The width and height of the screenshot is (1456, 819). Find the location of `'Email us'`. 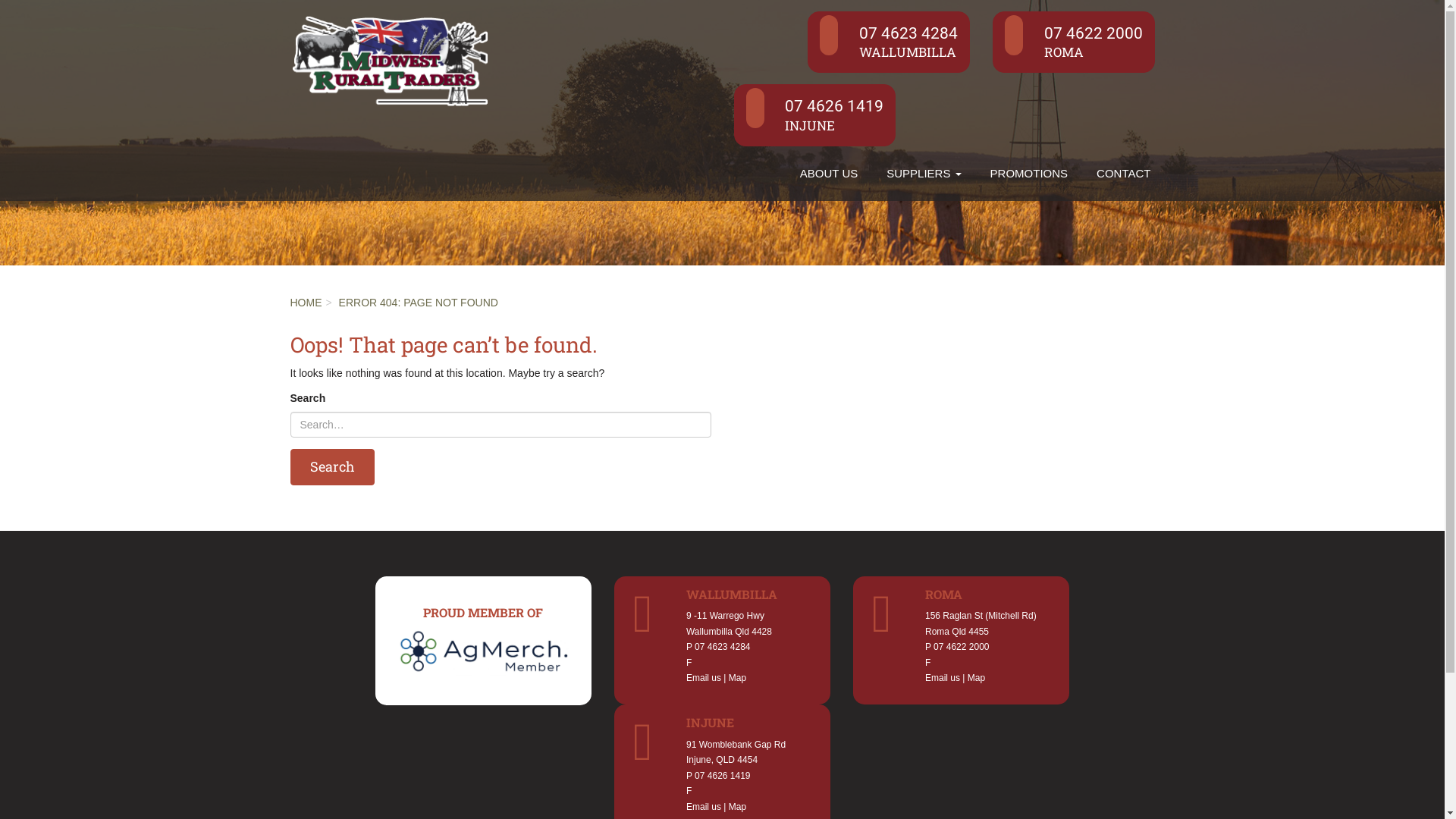

'Email us' is located at coordinates (686, 677).